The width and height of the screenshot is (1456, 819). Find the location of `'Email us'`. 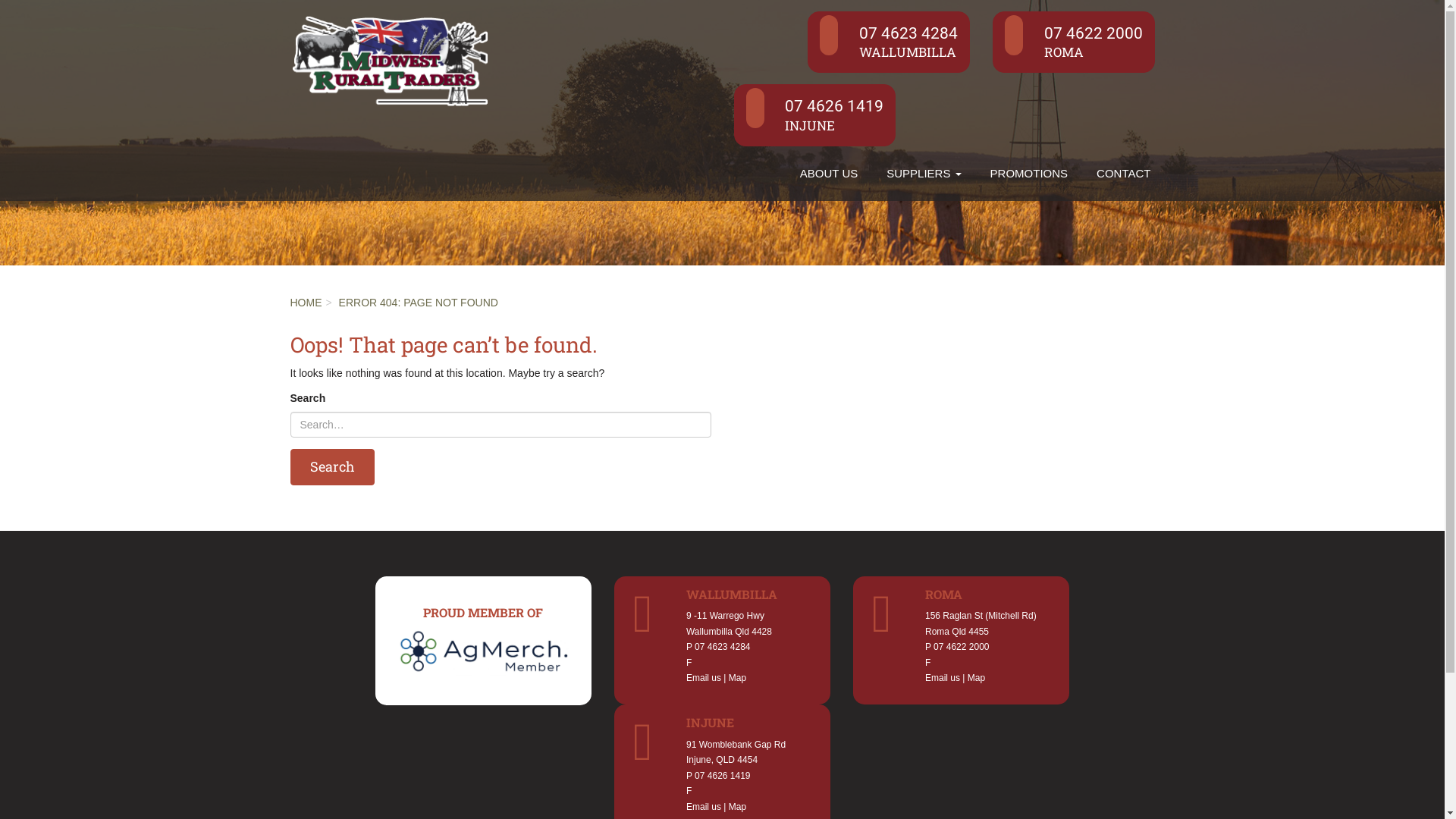

'Email us' is located at coordinates (686, 677).